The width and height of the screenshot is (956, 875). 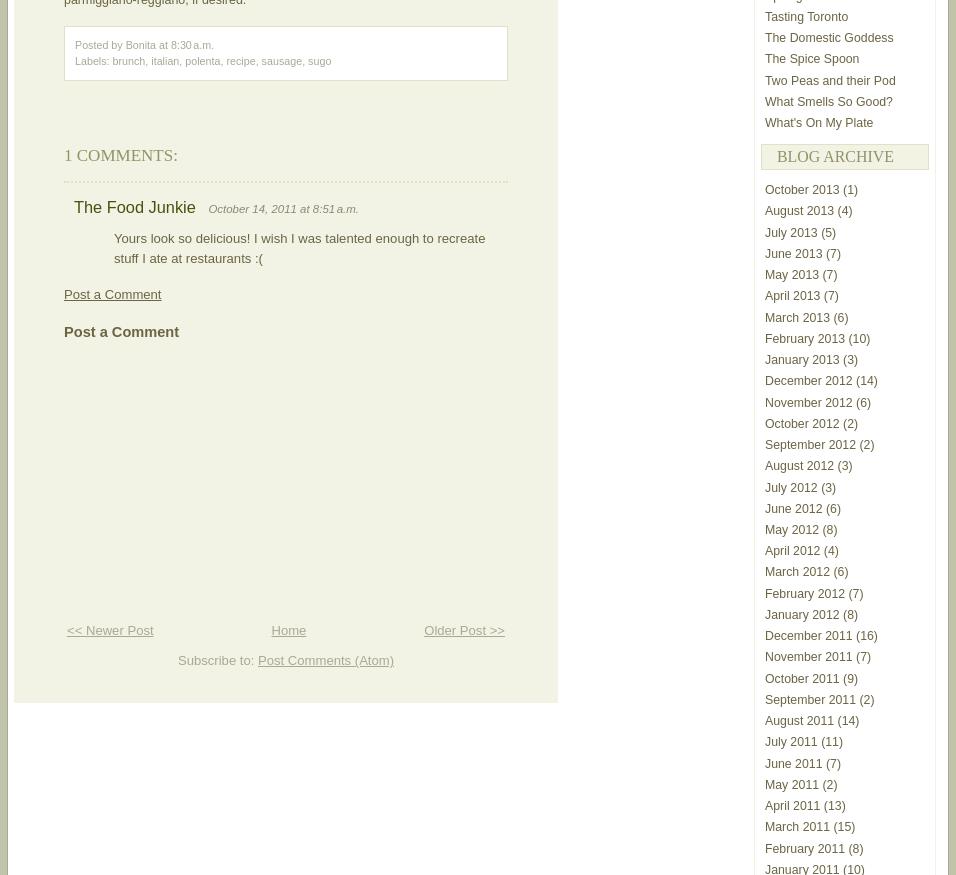 What do you see at coordinates (807, 379) in the screenshot?
I see `'December 2012'` at bounding box center [807, 379].